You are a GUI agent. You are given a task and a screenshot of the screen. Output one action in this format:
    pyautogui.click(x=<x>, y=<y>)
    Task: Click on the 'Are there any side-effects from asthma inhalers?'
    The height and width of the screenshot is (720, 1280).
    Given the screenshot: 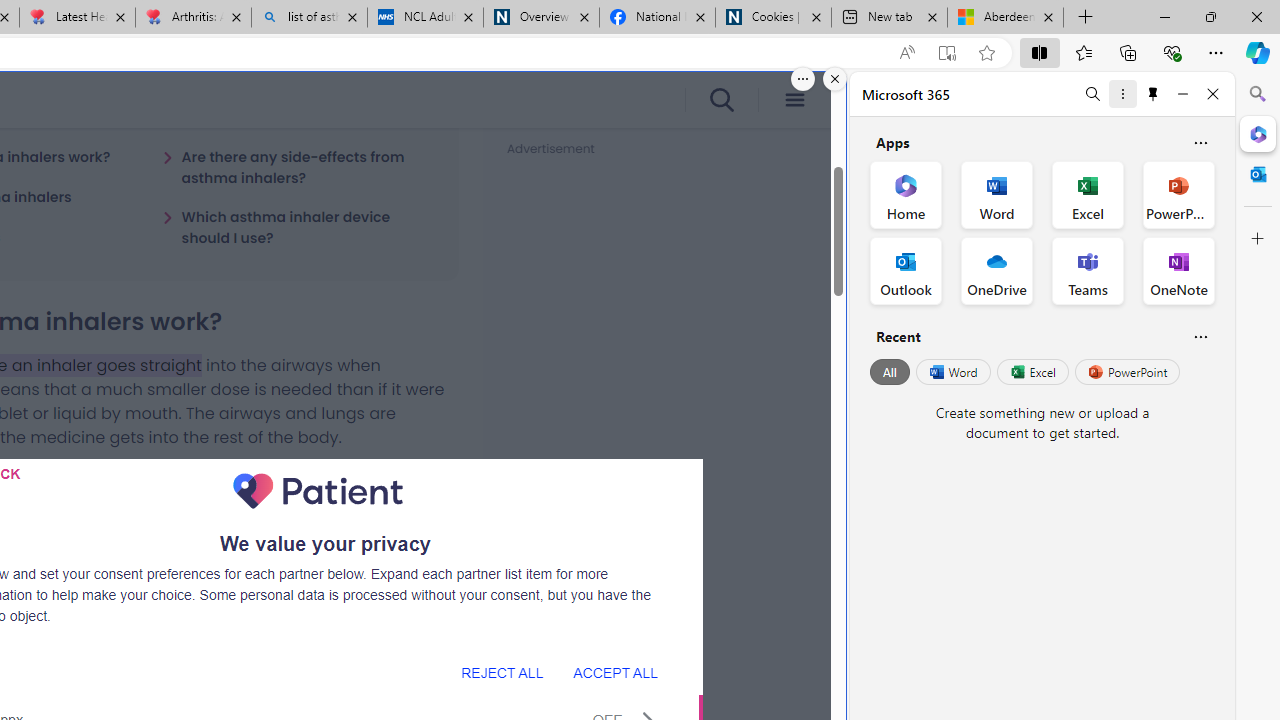 What is the action you would take?
    pyautogui.click(x=297, y=166)
    